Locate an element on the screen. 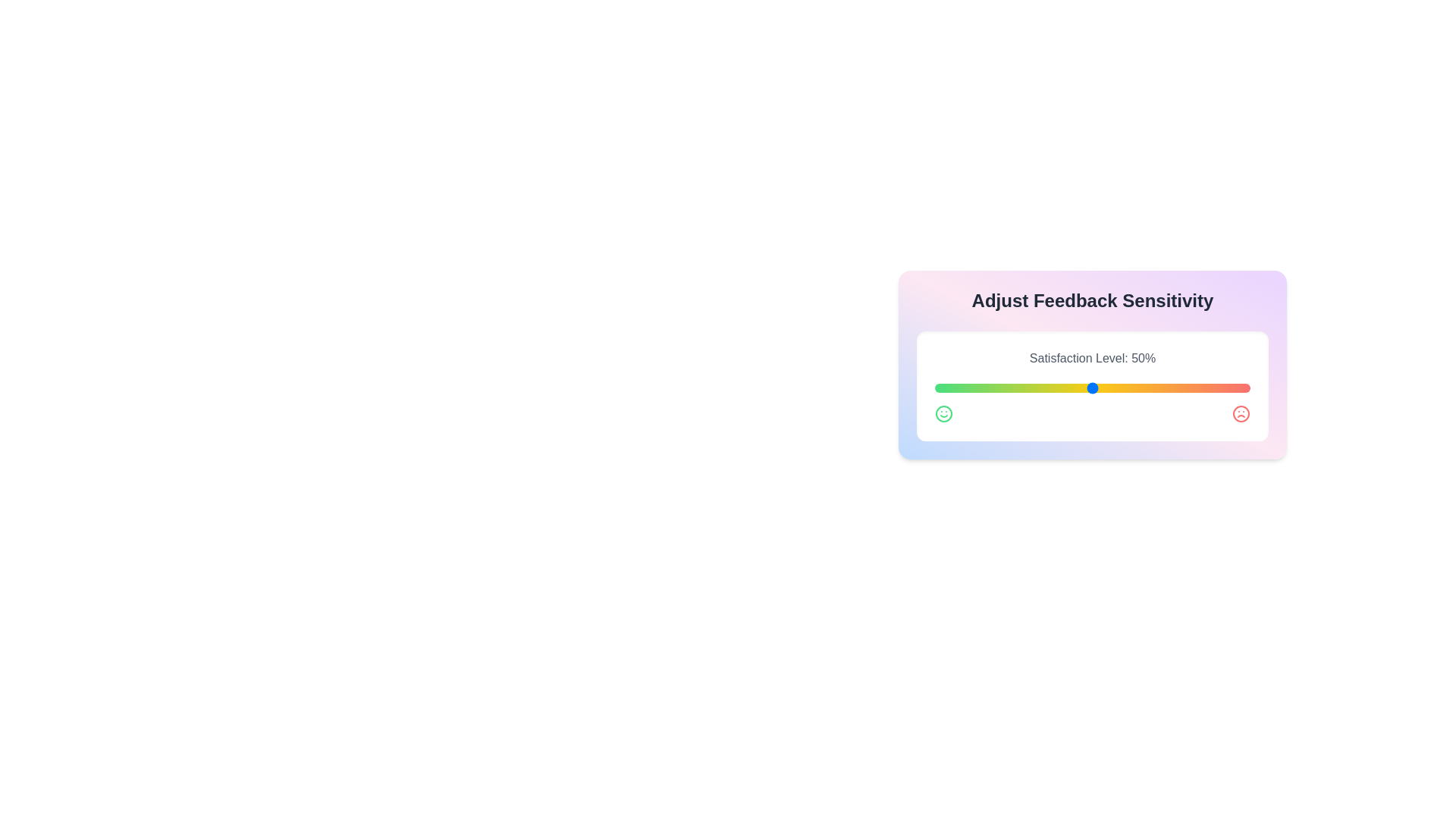 Image resolution: width=1456 pixels, height=819 pixels. the displayed feedback percentage is located at coordinates (1092, 385).